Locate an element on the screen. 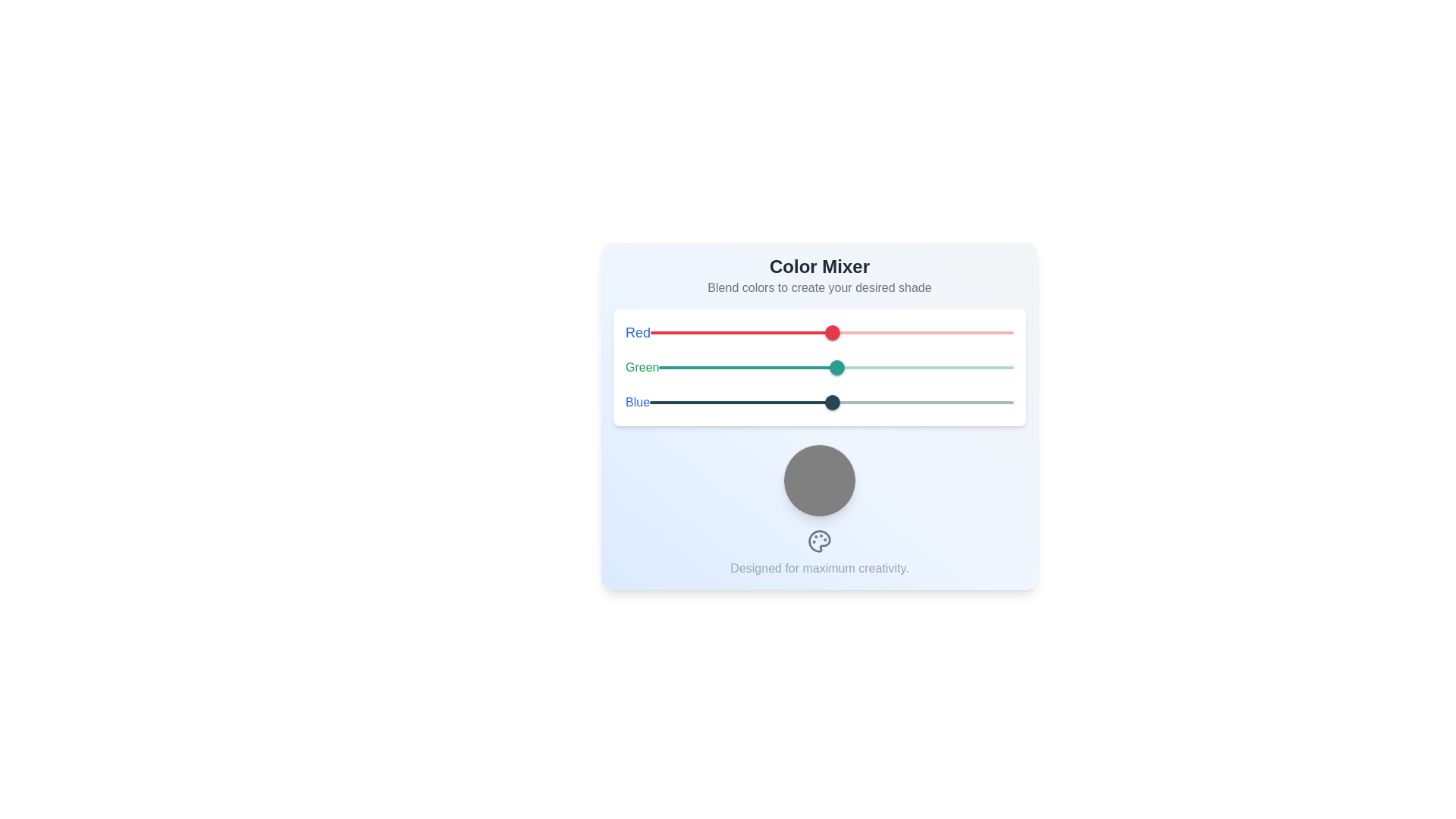 The width and height of the screenshot is (1456, 819). the red component of the color is located at coordinates (837, 332).